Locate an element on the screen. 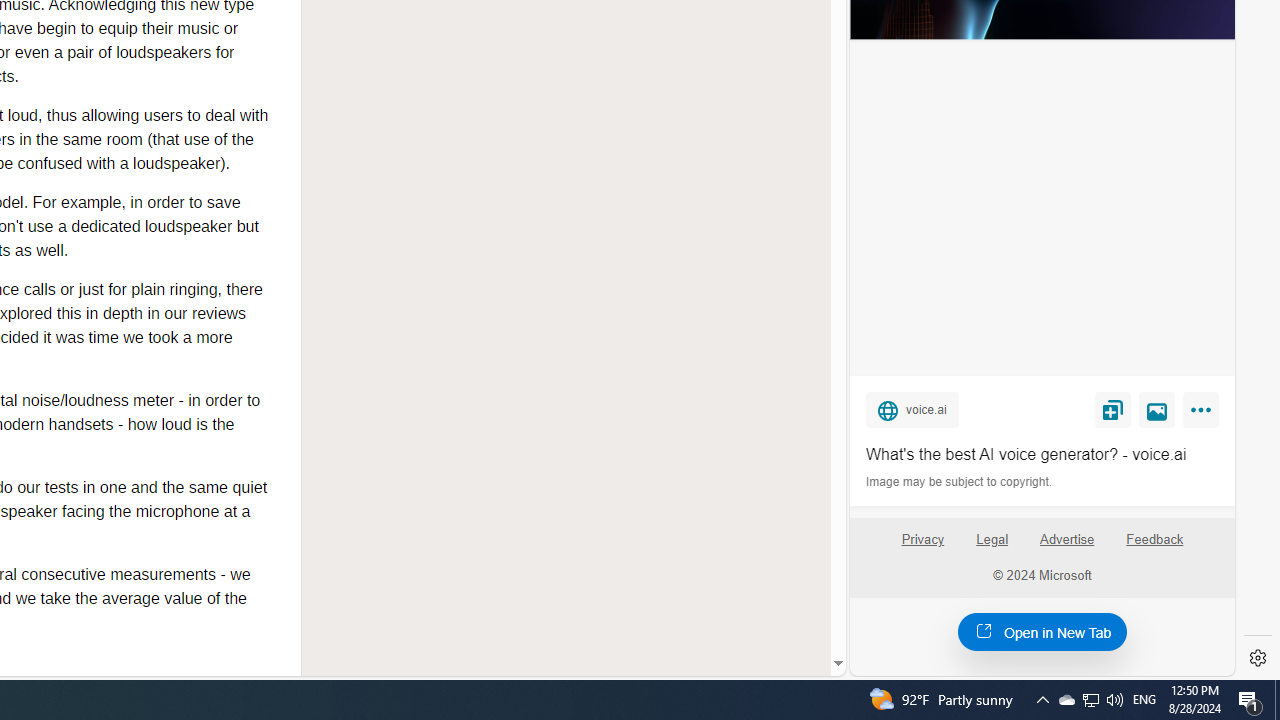 This screenshot has height=720, width=1280. 'Save' is located at coordinates (1111, 408).